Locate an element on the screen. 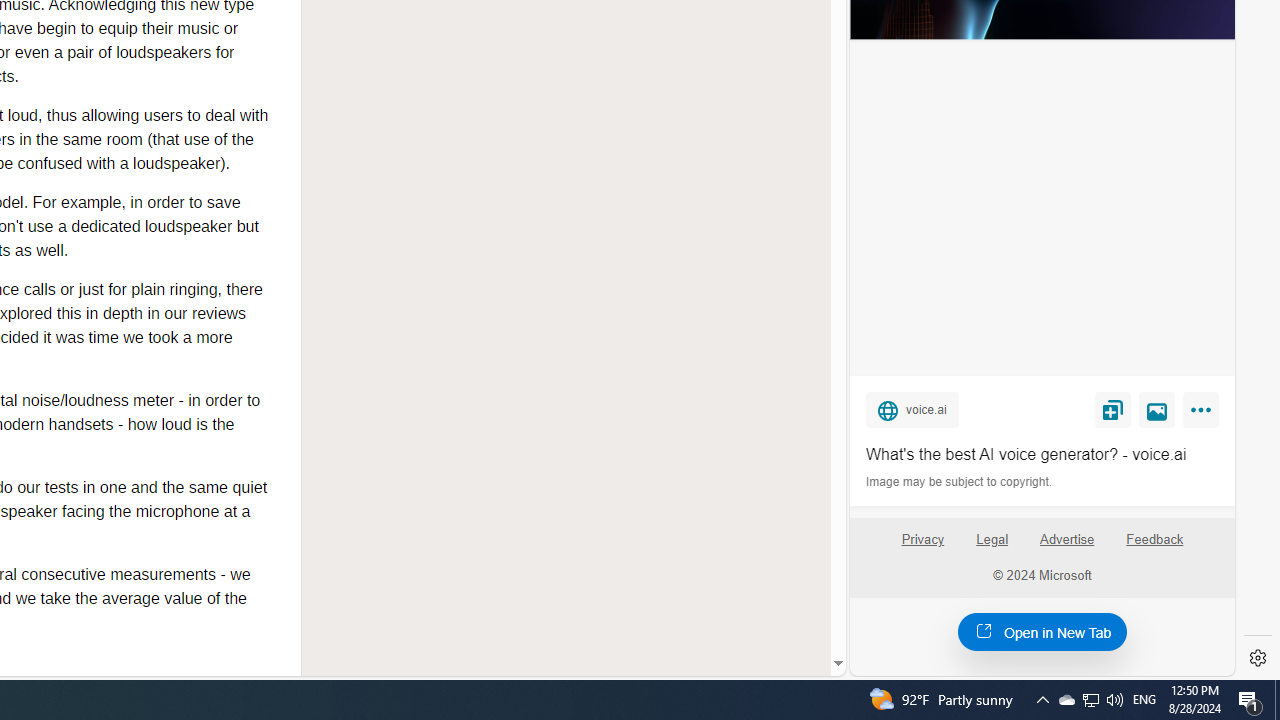 This screenshot has height=720, width=1280. 'Save' is located at coordinates (1111, 408).